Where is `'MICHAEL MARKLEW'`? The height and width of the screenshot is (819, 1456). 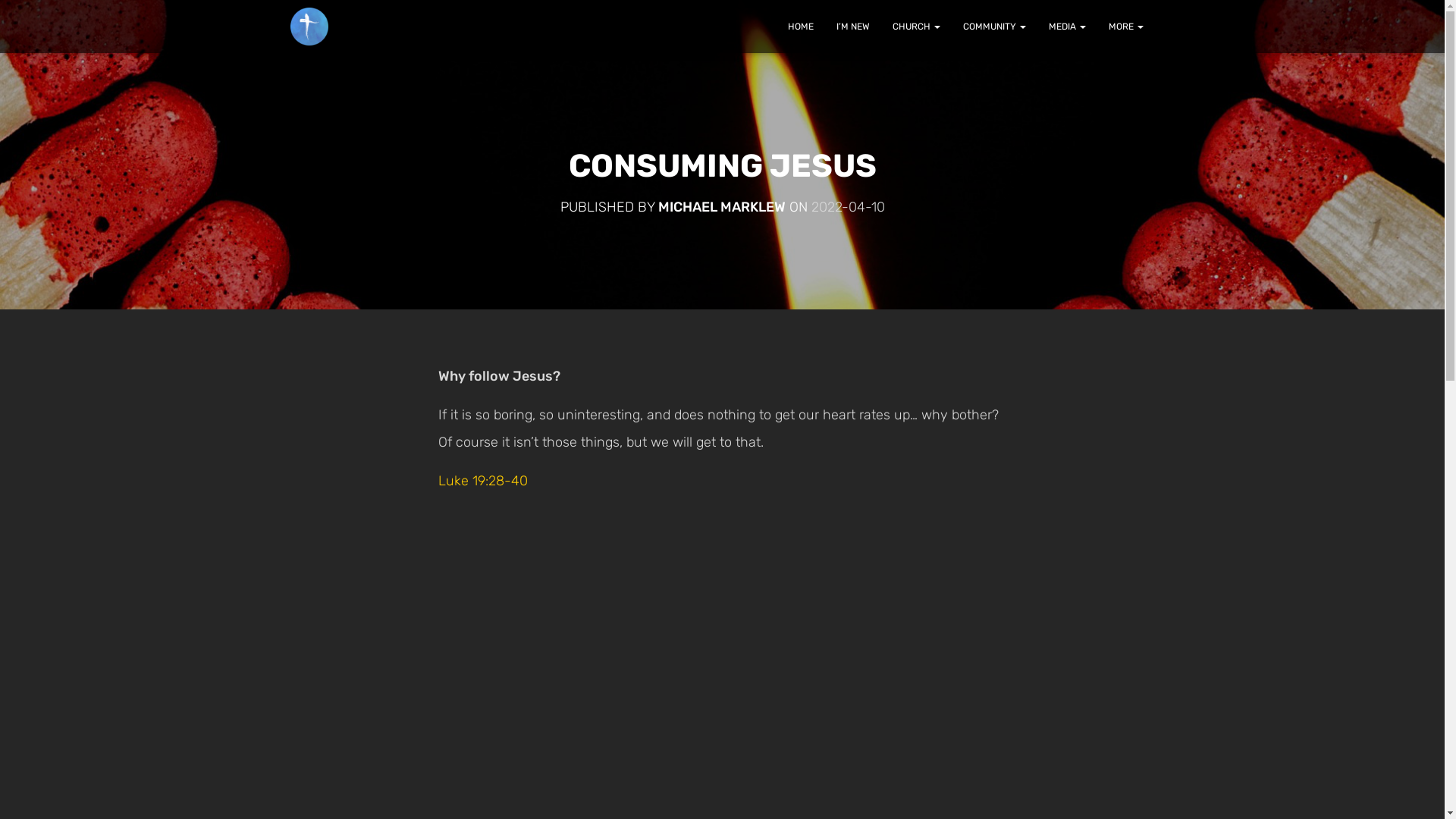 'MICHAEL MARKLEW' is located at coordinates (720, 207).